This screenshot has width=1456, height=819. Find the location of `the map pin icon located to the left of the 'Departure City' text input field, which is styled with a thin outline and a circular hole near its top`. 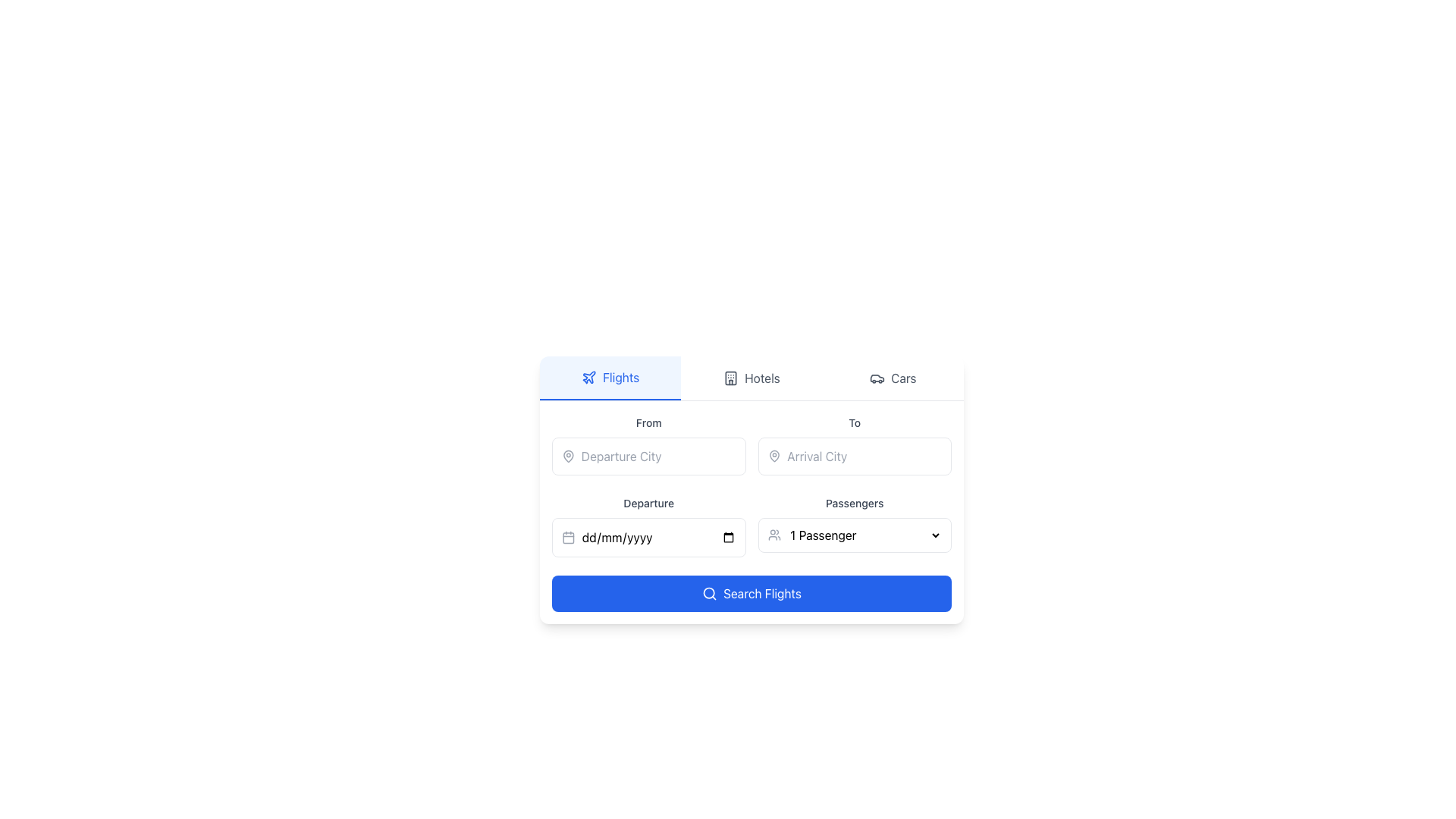

the map pin icon located to the left of the 'Departure City' text input field, which is styled with a thin outline and a circular hole near its top is located at coordinates (567, 455).